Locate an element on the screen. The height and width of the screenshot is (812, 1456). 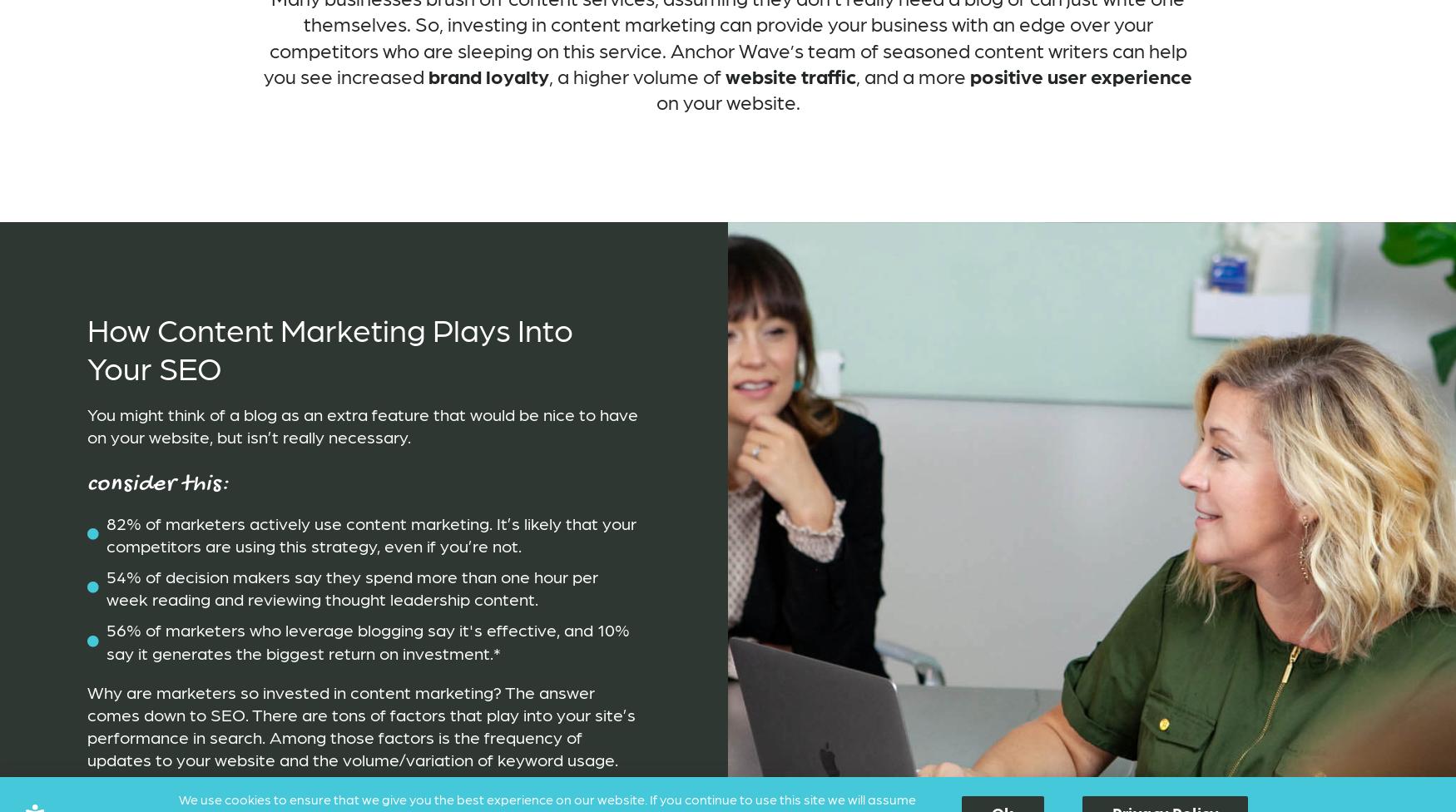
'on your website.' is located at coordinates (727, 101).